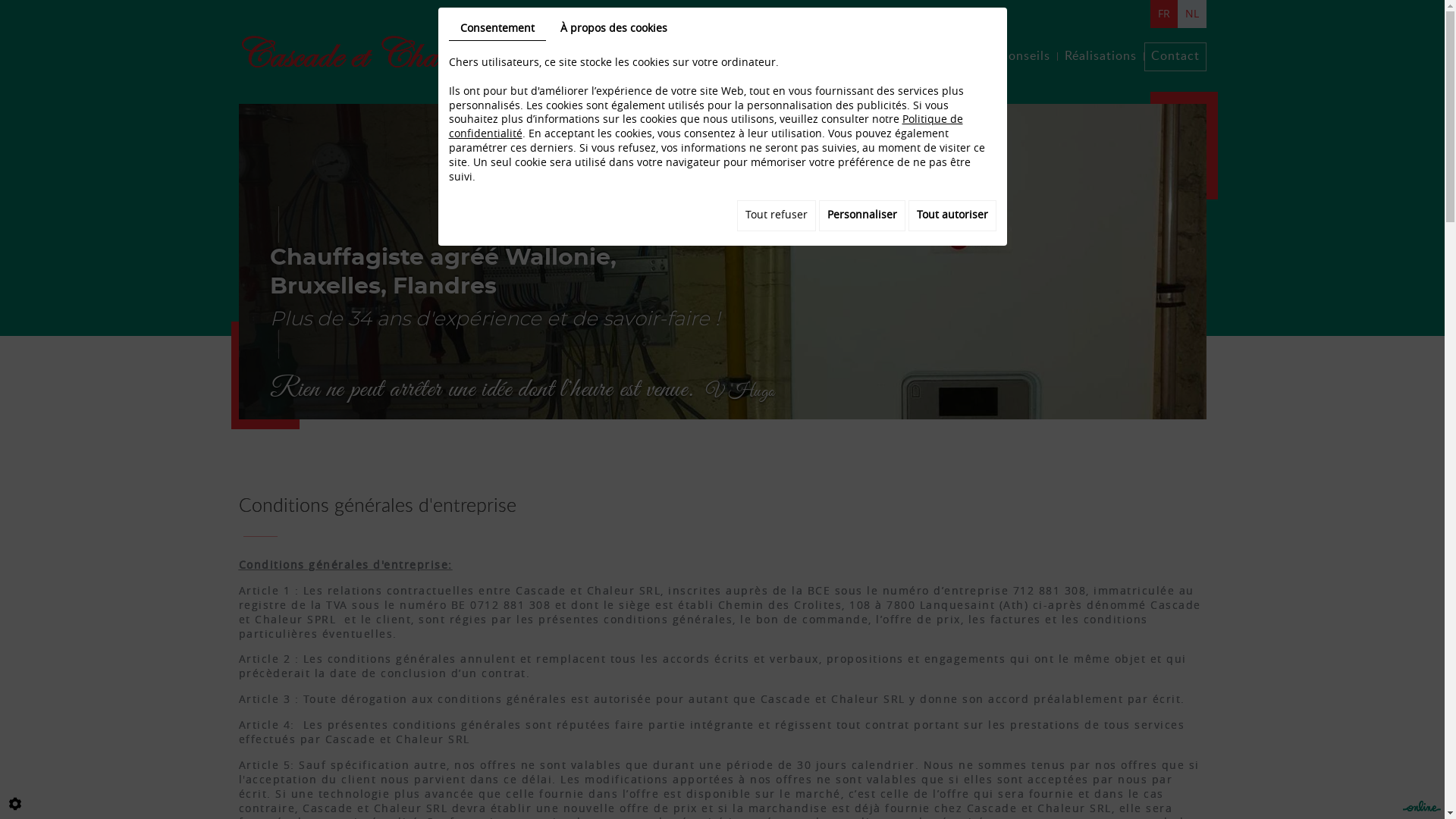 Image resolution: width=1456 pixels, height=819 pixels. What do you see at coordinates (952, 215) in the screenshot?
I see `'Tout autoriser'` at bounding box center [952, 215].